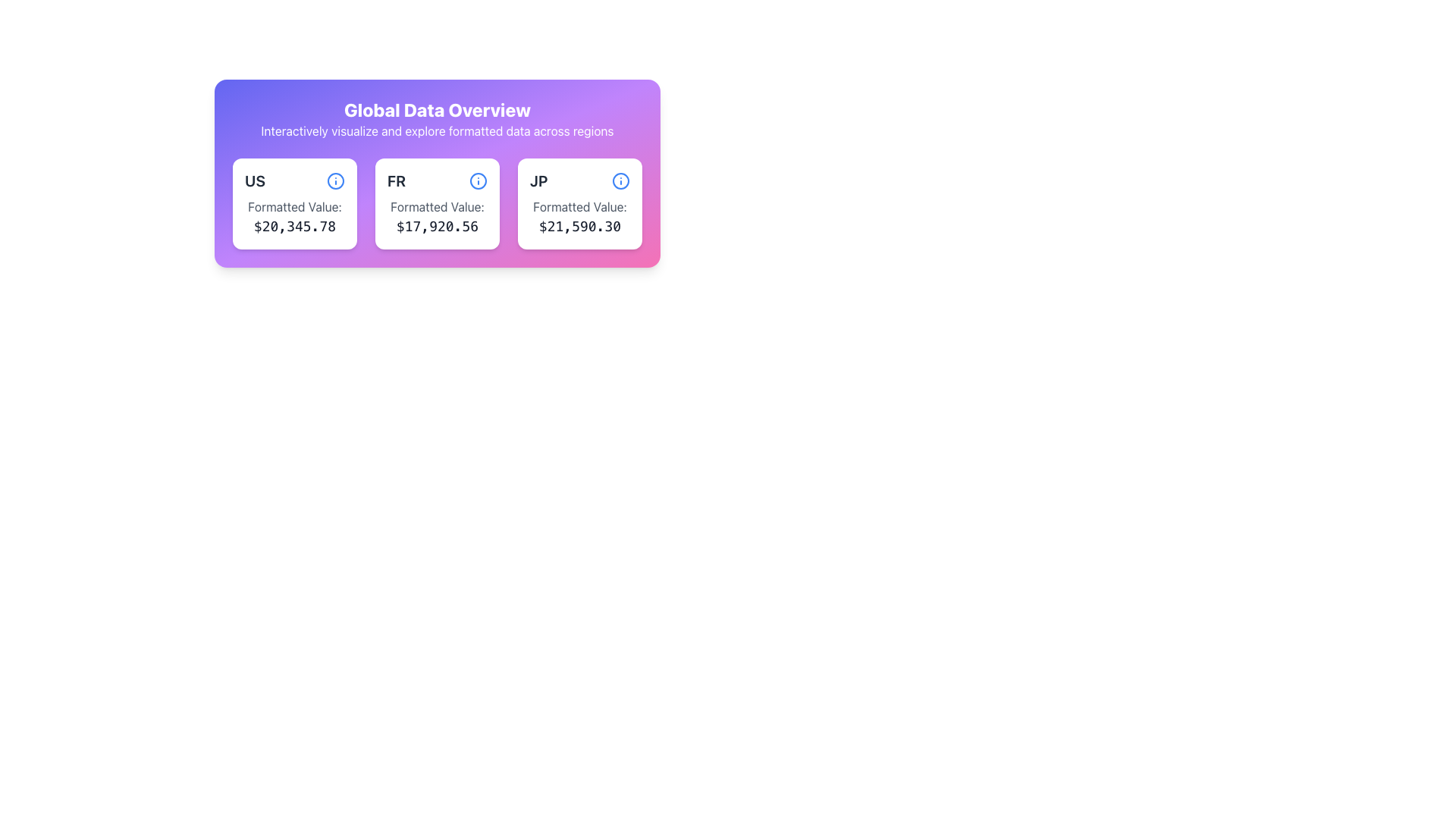  Describe the element at coordinates (579, 227) in the screenshot. I see `monetary value displayed as '$21,590.30' in dark gray text beneath 'Formatted Value:' in the 'JP' card grouping` at that location.